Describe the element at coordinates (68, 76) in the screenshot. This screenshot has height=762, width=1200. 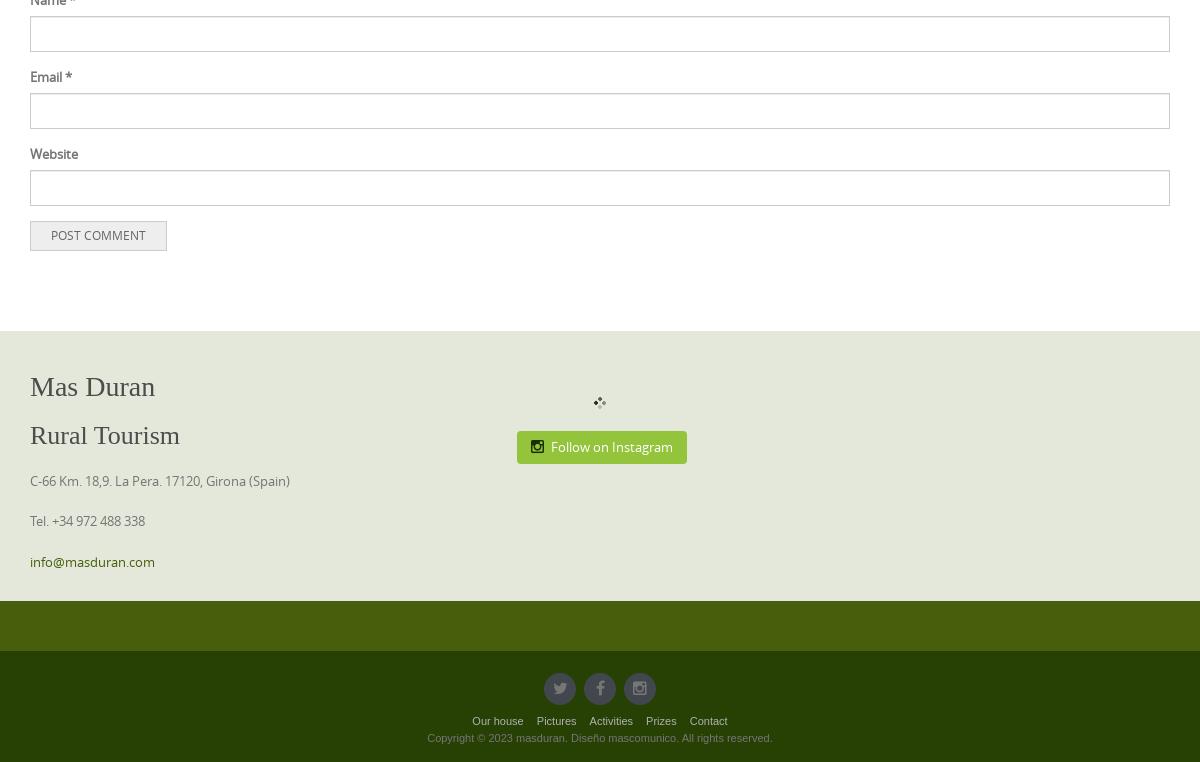
I see `'*'` at that location.